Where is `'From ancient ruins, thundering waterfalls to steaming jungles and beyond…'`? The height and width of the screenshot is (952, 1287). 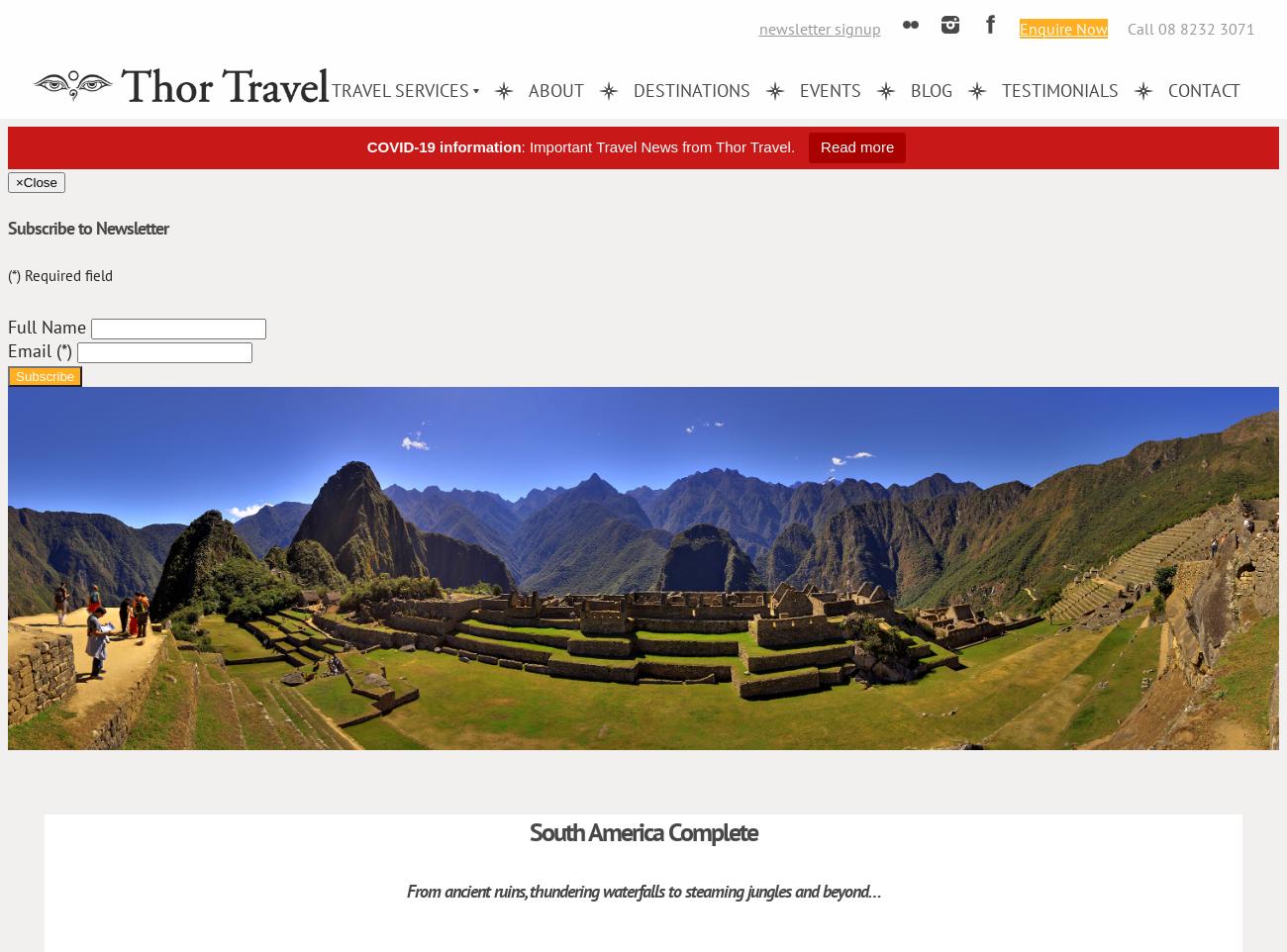
'From ancient ruins, thundering waterfalls to steaming jungles and beyond…' is located at coordinates (643, 890).